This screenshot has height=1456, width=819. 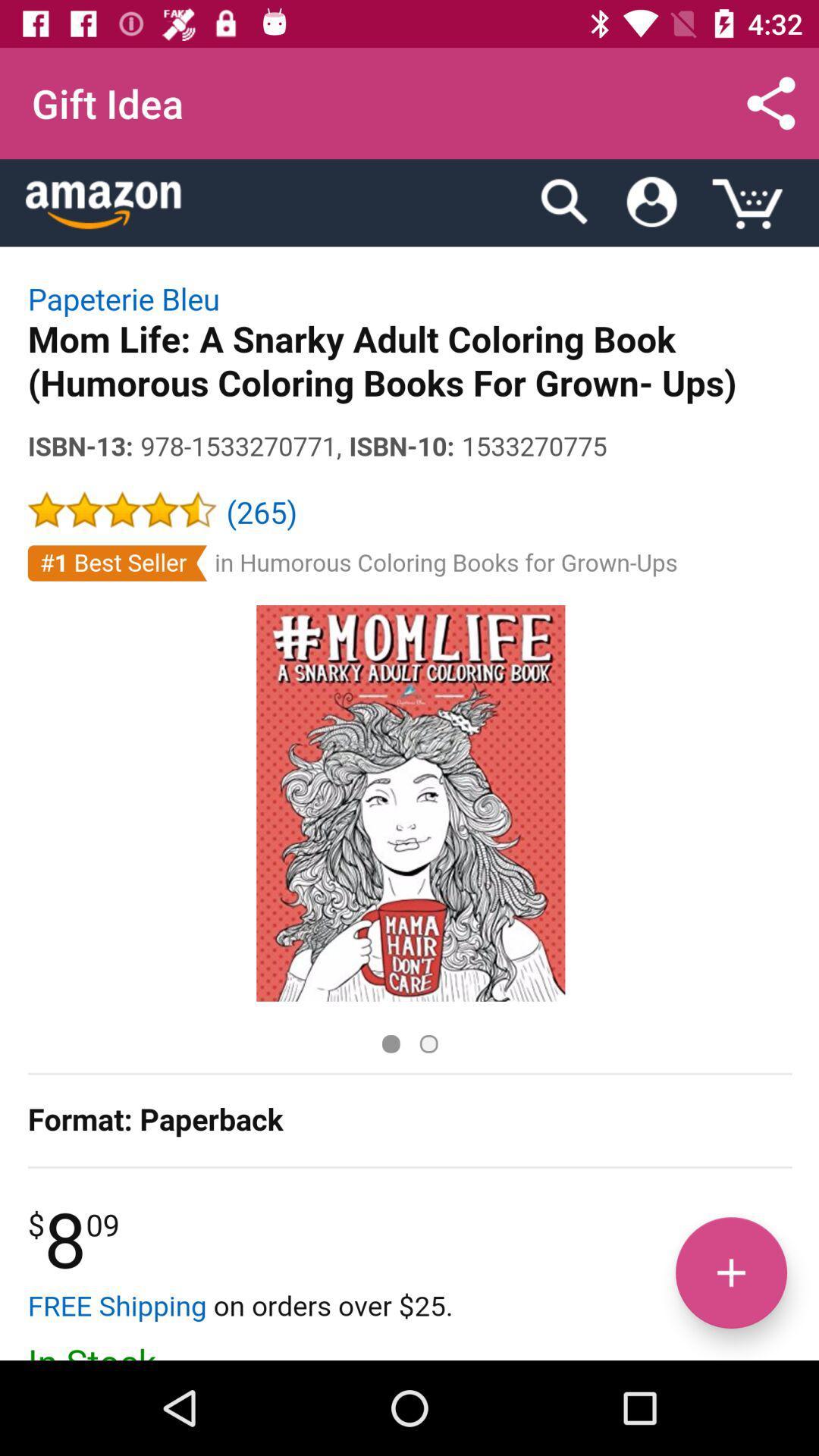 I want to click on click add button, so click(x=730, y=1272).